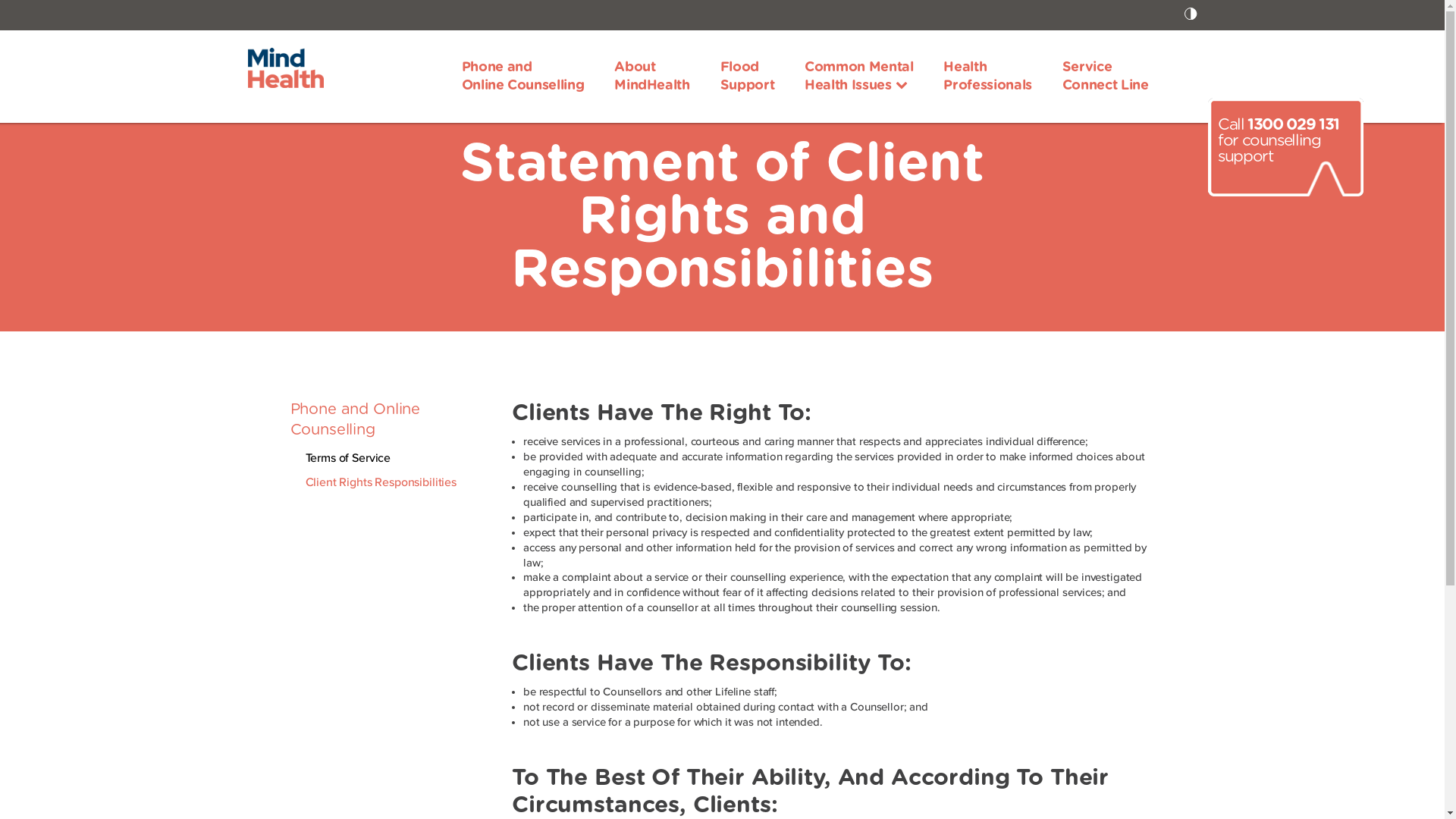  What do you see at coordinates (747, 77) in the screenshot?
I see `'Flood` at bounding box center [747, 77].